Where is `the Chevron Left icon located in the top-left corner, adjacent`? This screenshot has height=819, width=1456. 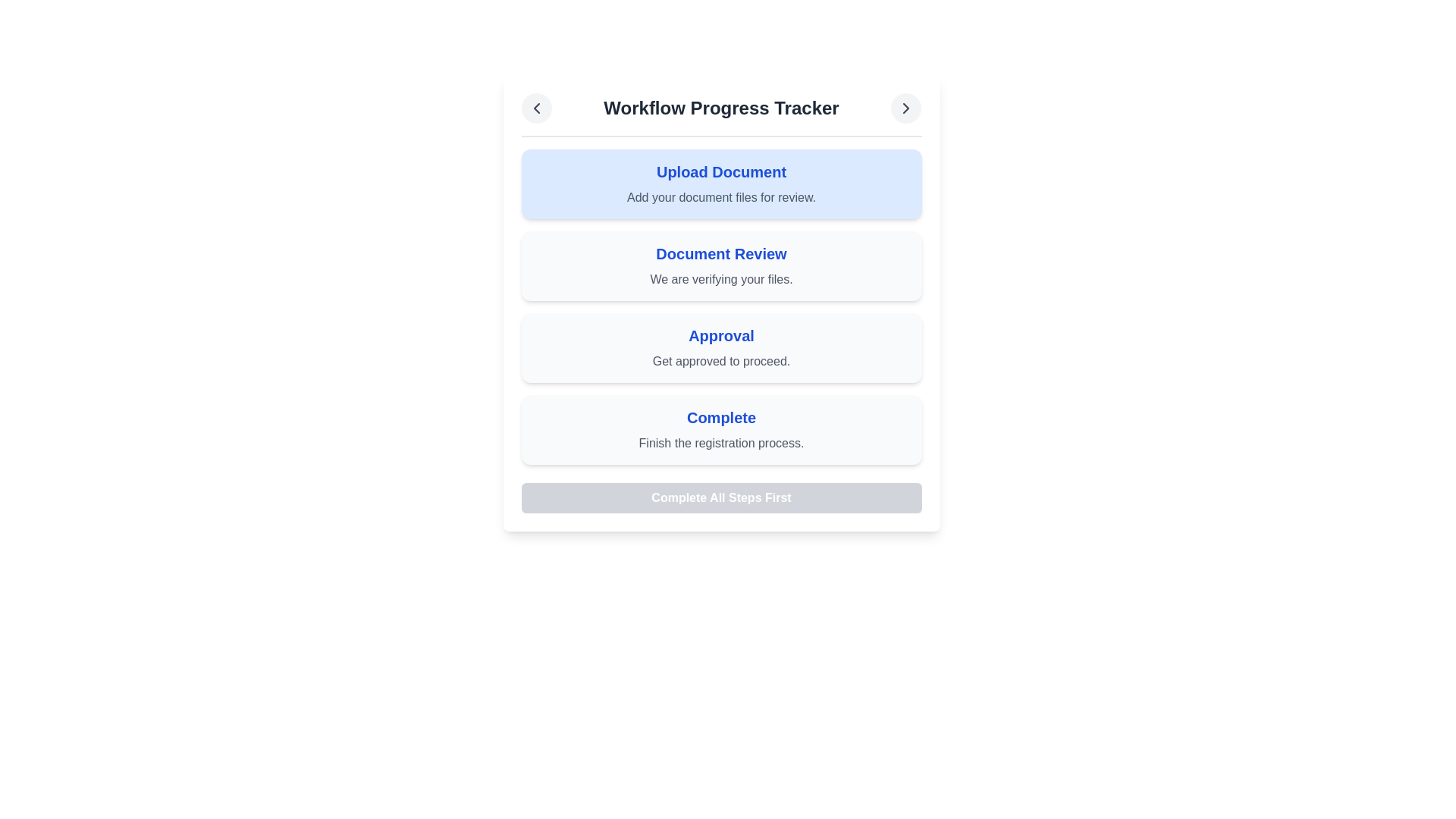
the Chevron Left icon located in the top-left corner, adjacent is located at coordinates (536, 107).